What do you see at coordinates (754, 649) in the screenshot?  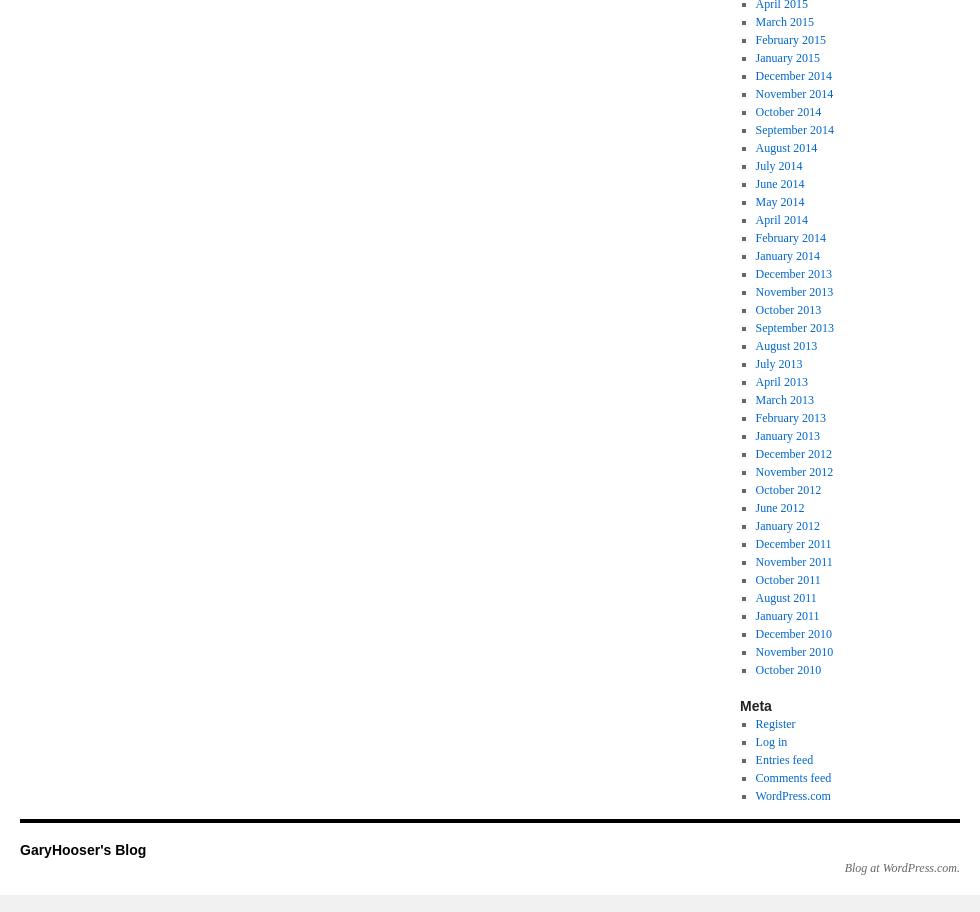 I see `'November 2010'` at bounding box center [754, 649].